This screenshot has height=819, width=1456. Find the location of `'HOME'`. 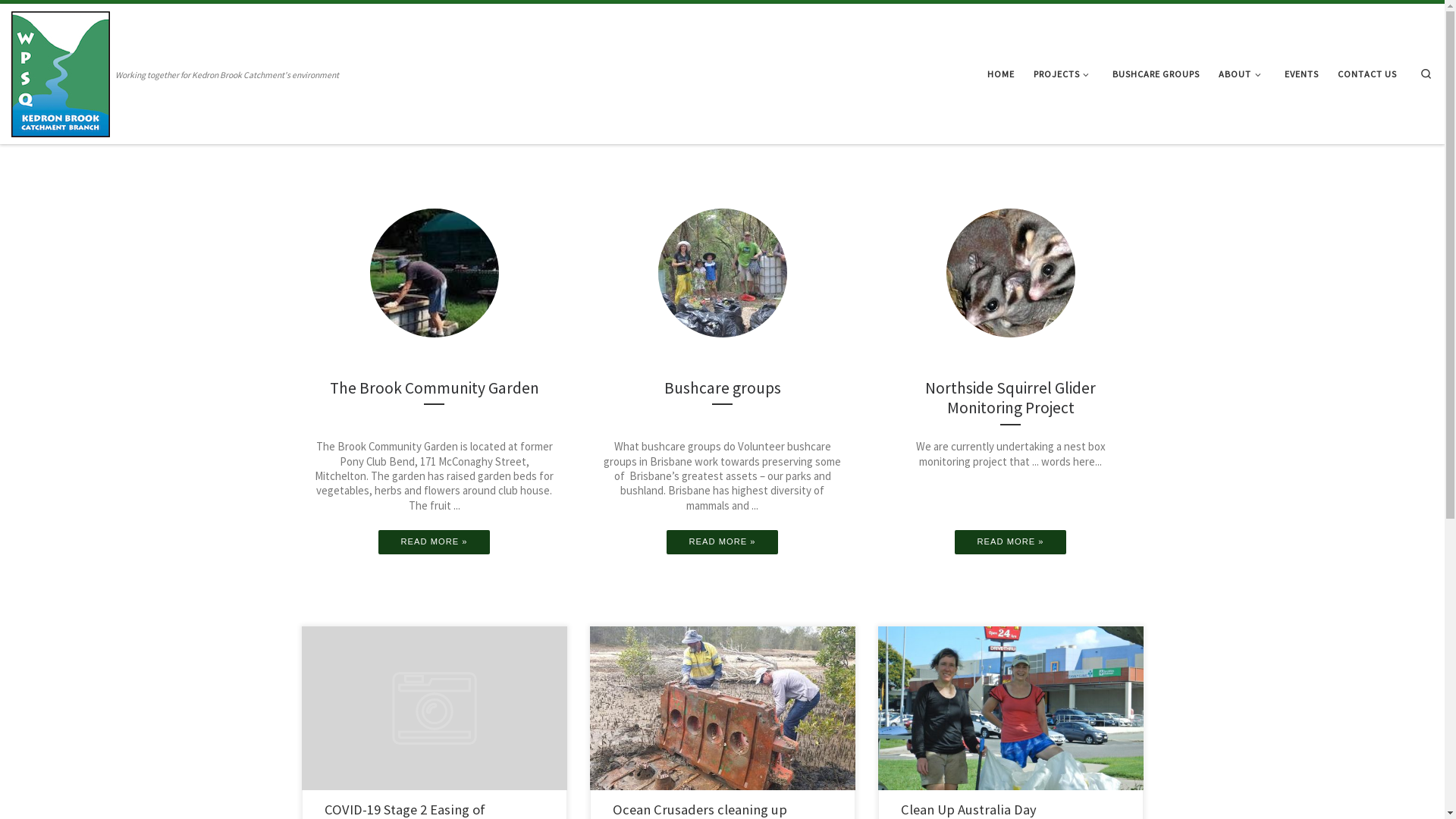

'HOME' is located at coordinates (1001, 74).